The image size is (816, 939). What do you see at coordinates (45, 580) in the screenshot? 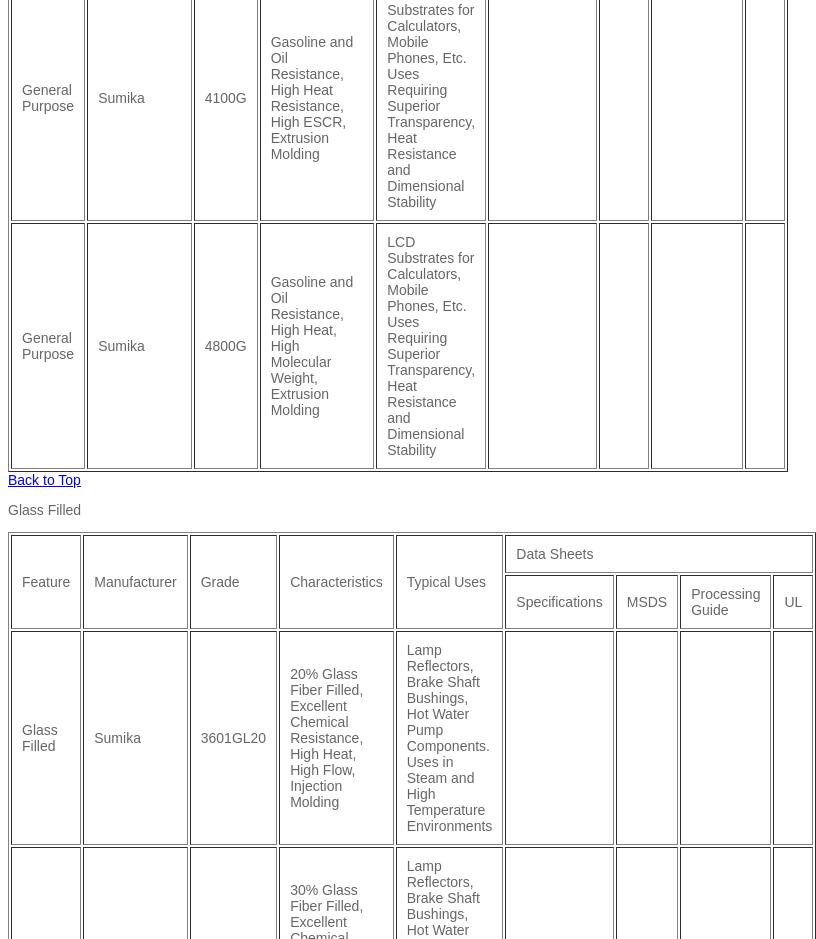
I see `'Feature'` at bounding box center [45, 580].